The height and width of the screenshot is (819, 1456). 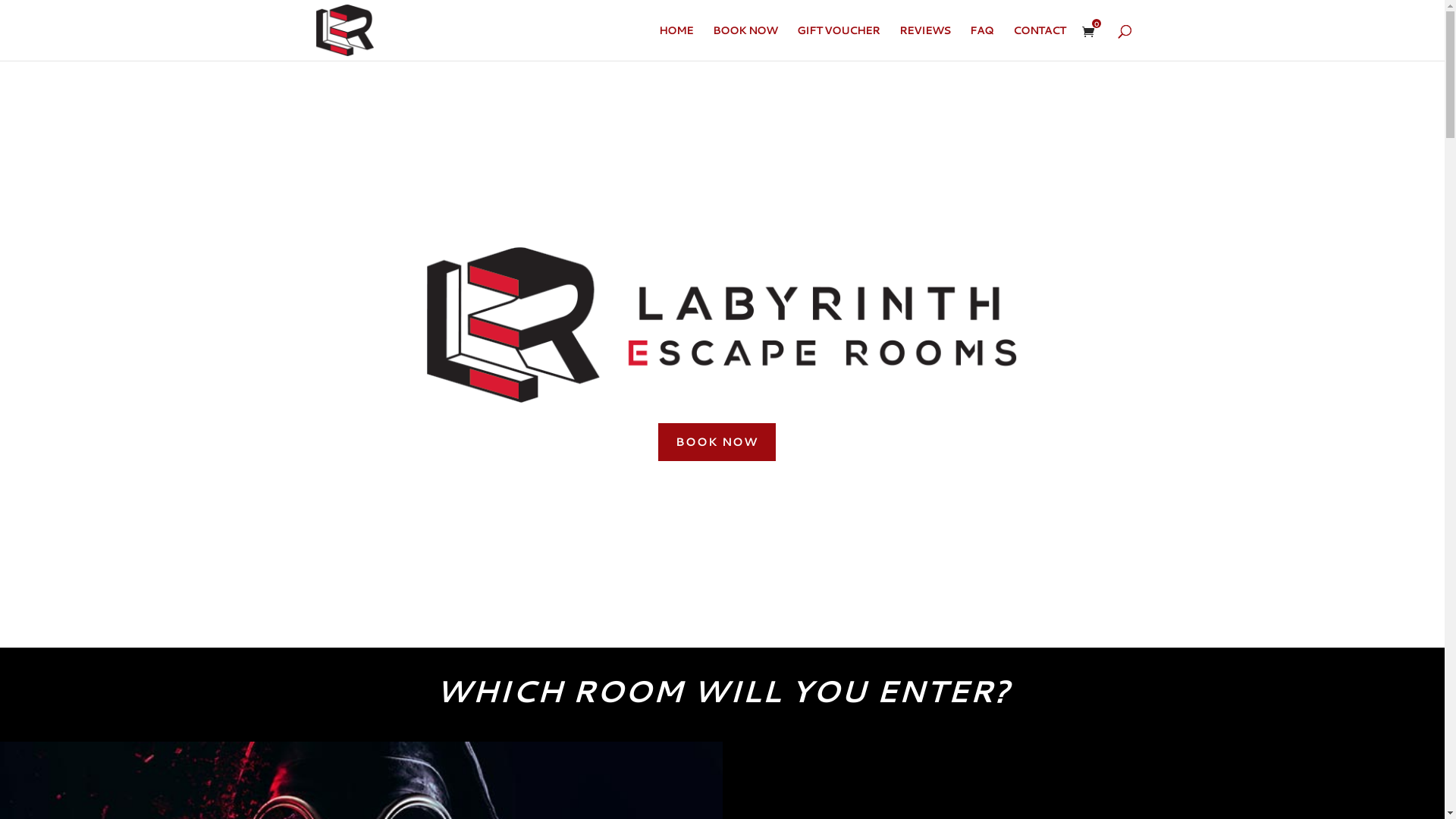 I want to click on 'BOOK NOW', so click(x=712, y=42).